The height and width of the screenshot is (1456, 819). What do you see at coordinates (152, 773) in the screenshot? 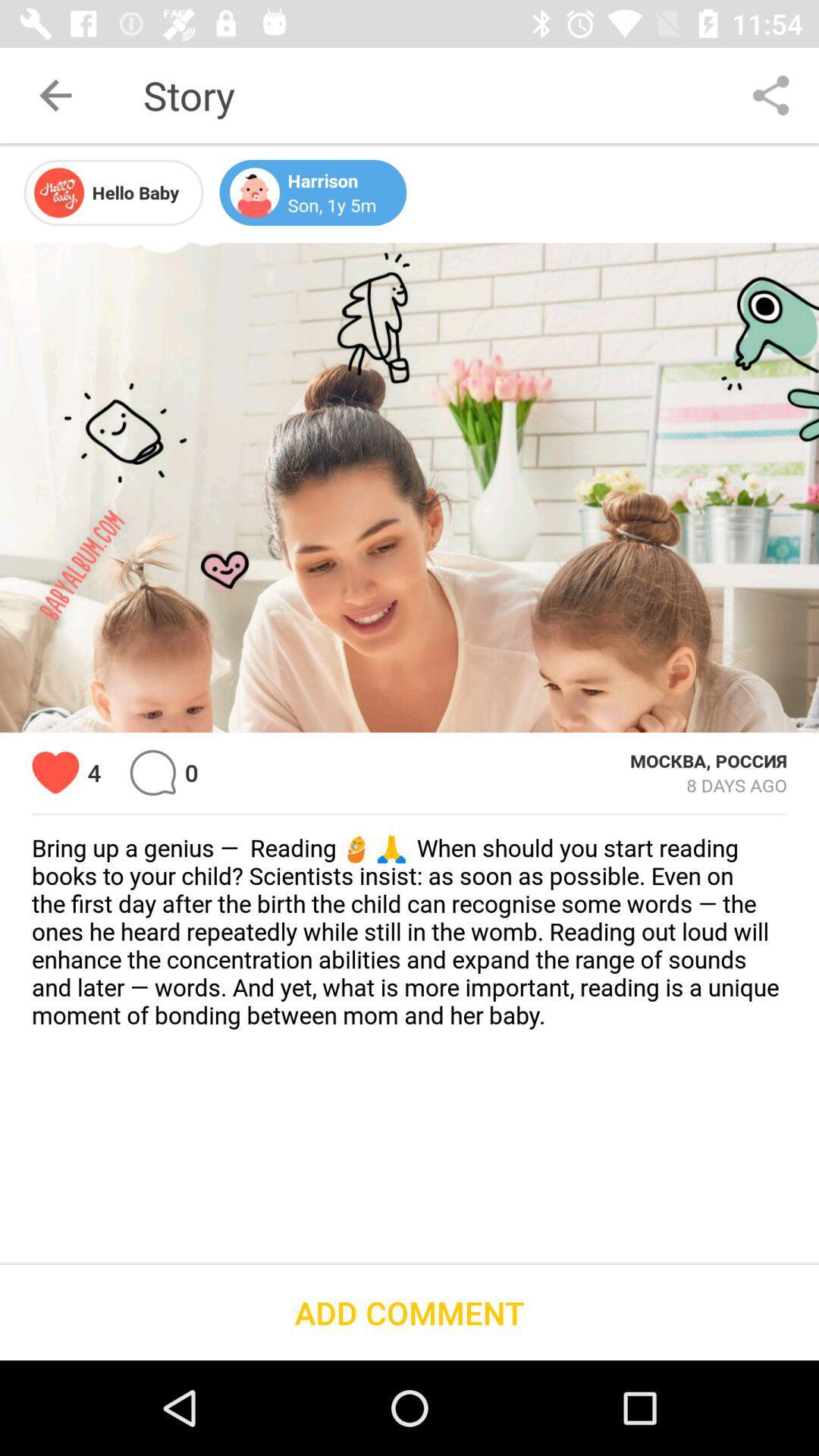
I see `the item next to 4` at bounding box center [152, 773].